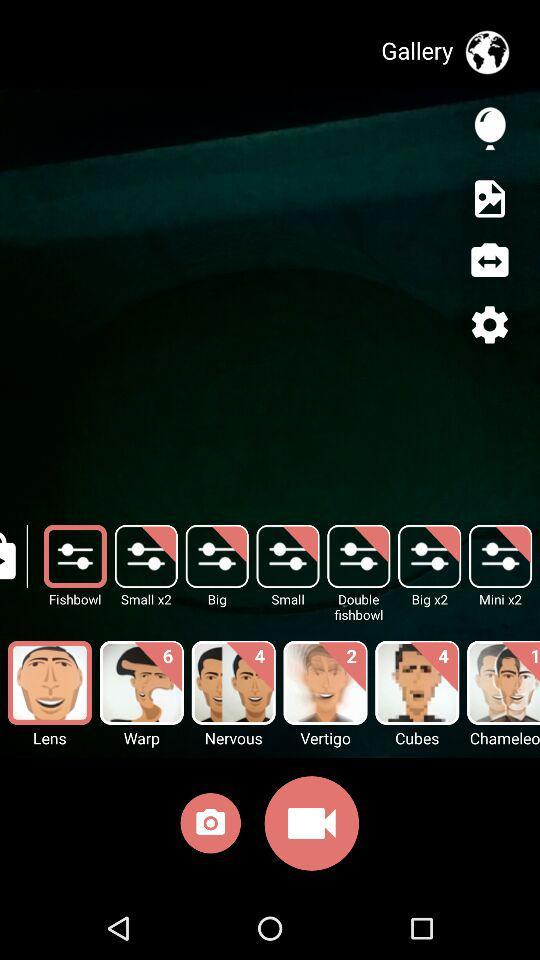 The image size is (540, 960). Describe the element at coordinates (141, 683) in the screenshot. I see `the image above warp` at that location.